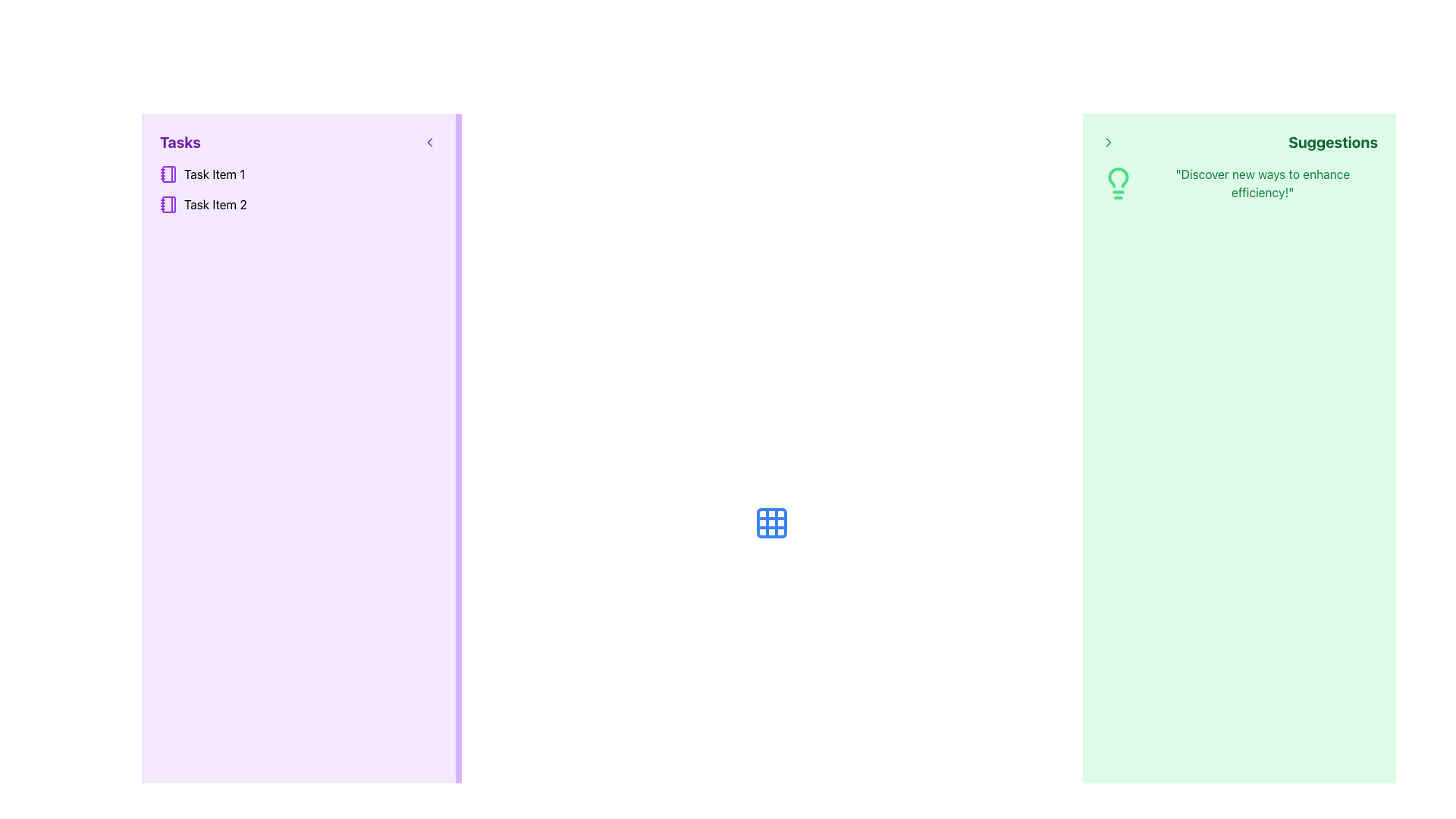 Image resolution: width=1456 pixels, height=819 pixels. I want to click on the central navigation icon located between the 'Tasks' purple panel and the 'Suggestions' green panel, so click(771, 522).